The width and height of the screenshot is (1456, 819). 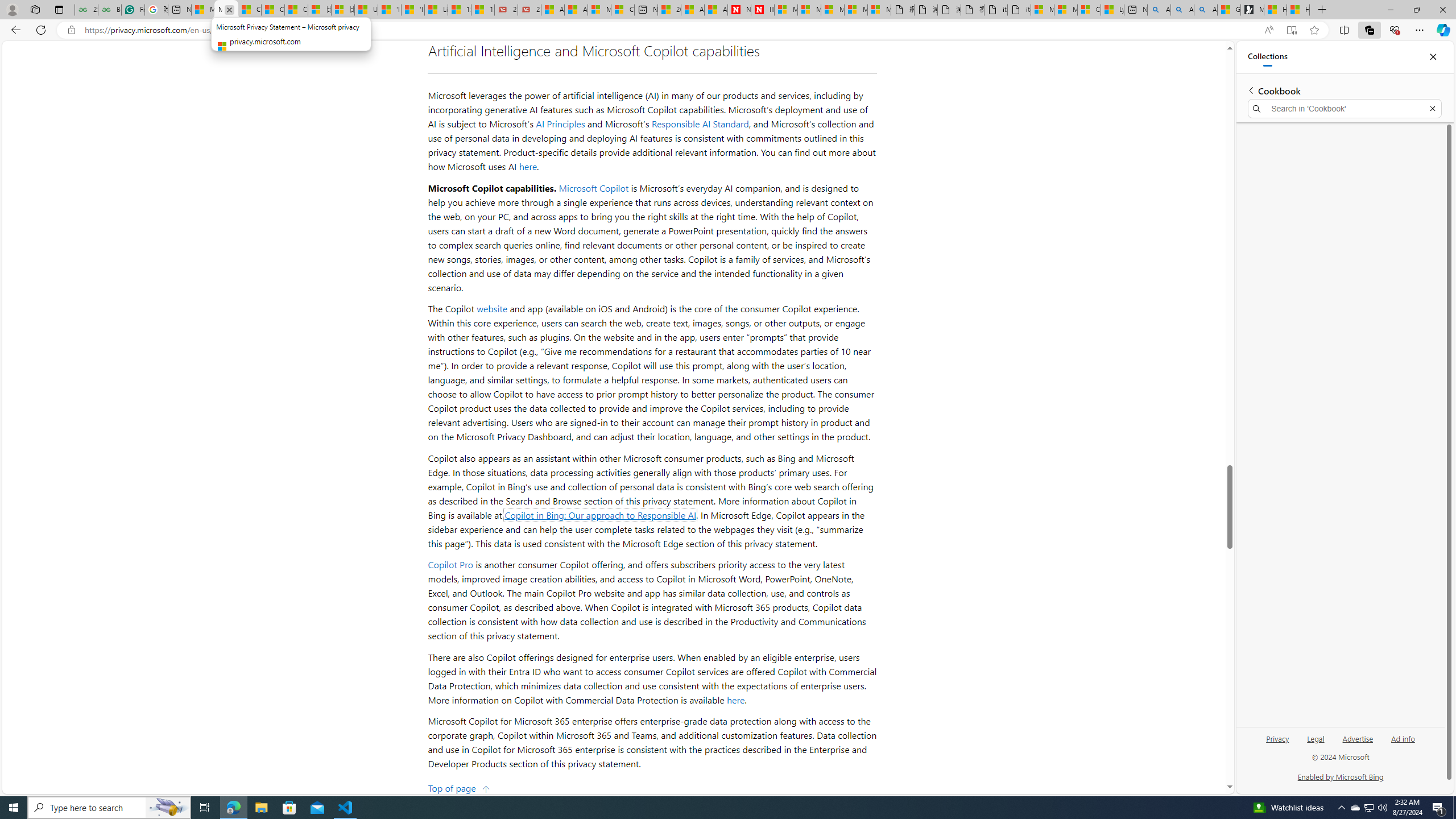 I want to click on 'Copilot Pro', so click(x=450, y=564).